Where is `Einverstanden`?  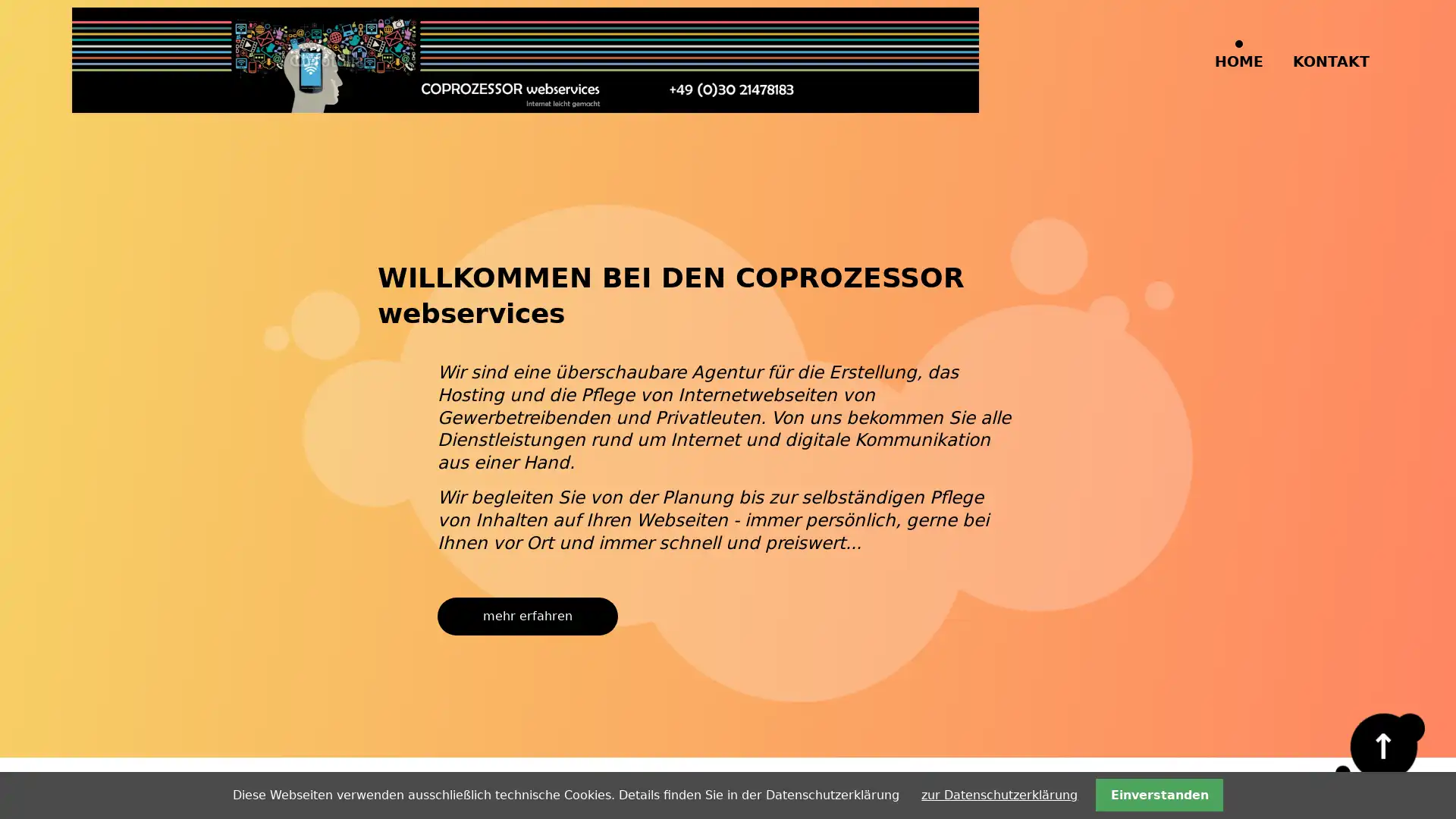
Einverstanden is located at coordinates (1158, 794).